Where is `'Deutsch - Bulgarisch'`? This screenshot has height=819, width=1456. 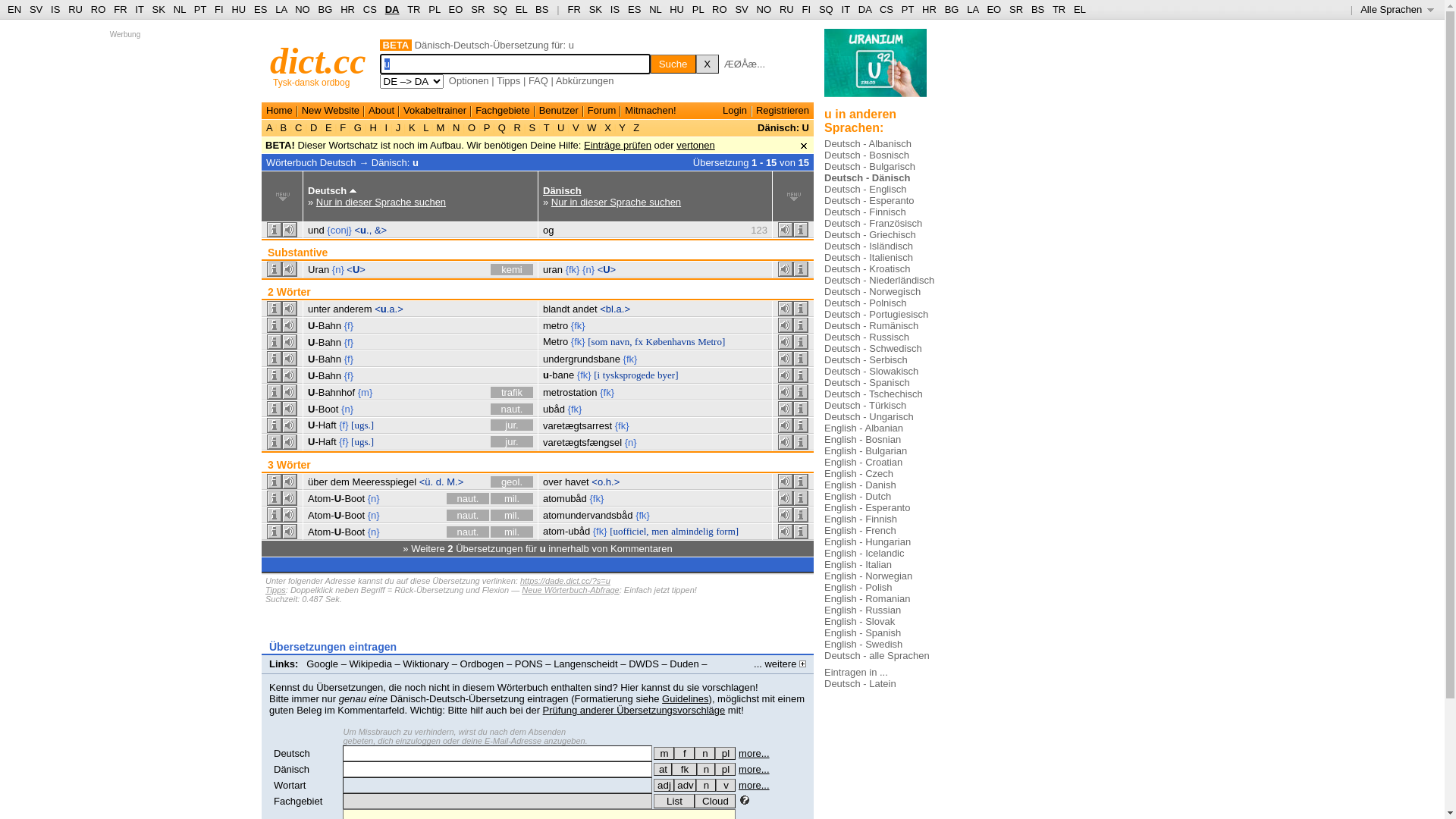 'Deutsch - Bulgarisch' is located at coordinates (823, 166).